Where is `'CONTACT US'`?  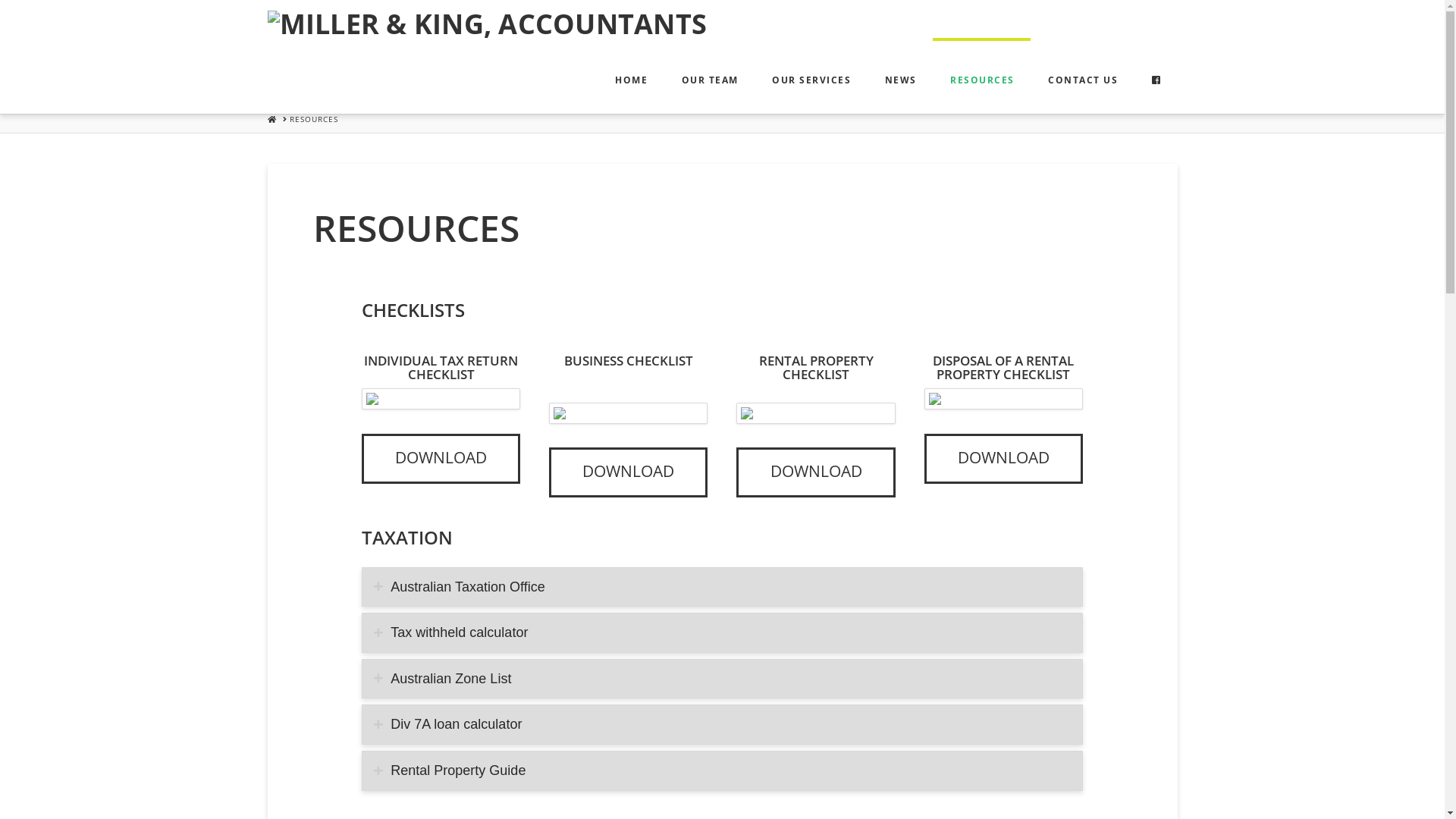 'CONTACT US' is located at coordinates (1081, 76).